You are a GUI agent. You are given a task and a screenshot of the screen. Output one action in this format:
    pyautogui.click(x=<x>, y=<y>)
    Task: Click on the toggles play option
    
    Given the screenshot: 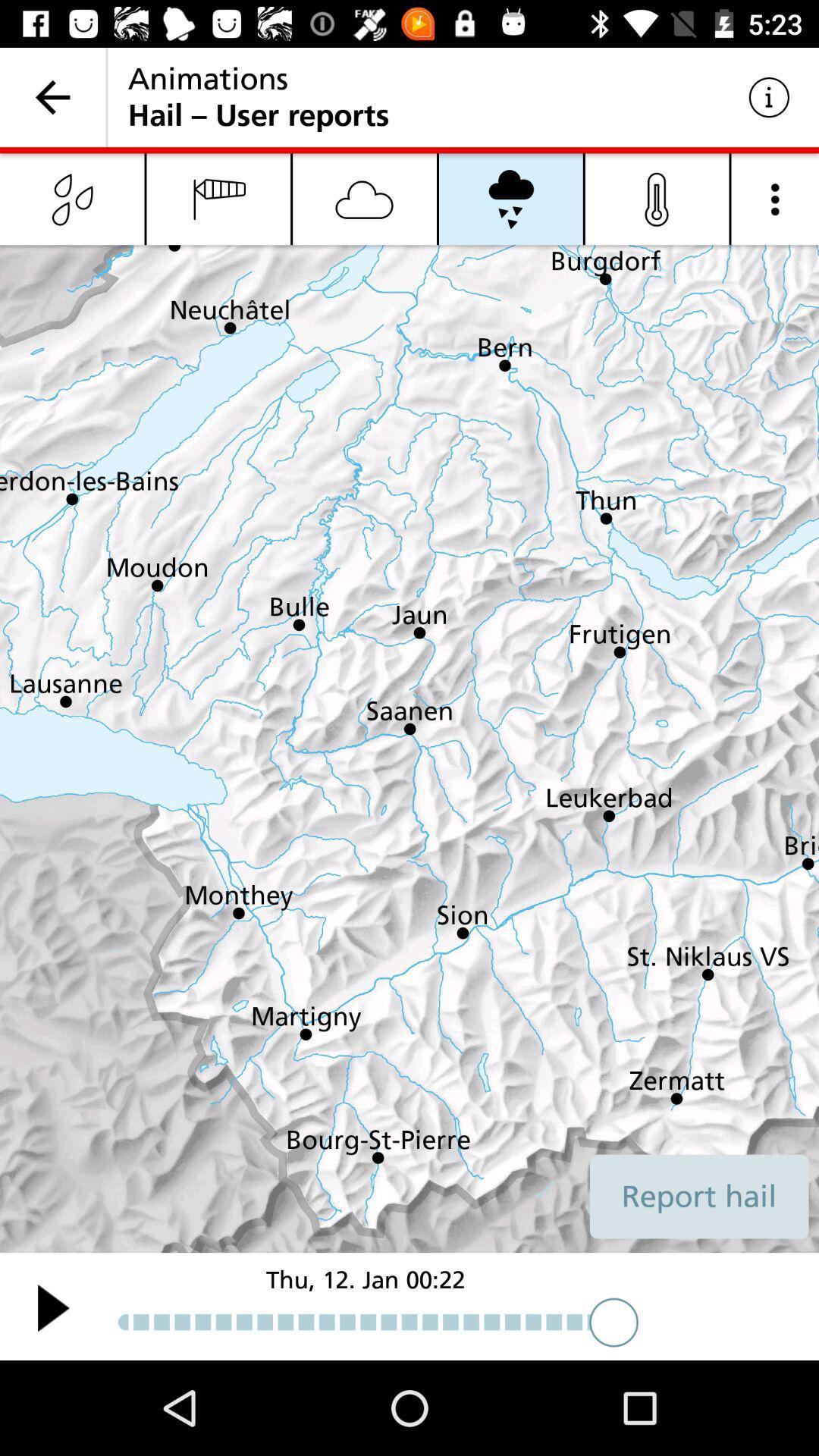 What is the action you would take?
    pyautogui.click(x=52, y=1307)
    